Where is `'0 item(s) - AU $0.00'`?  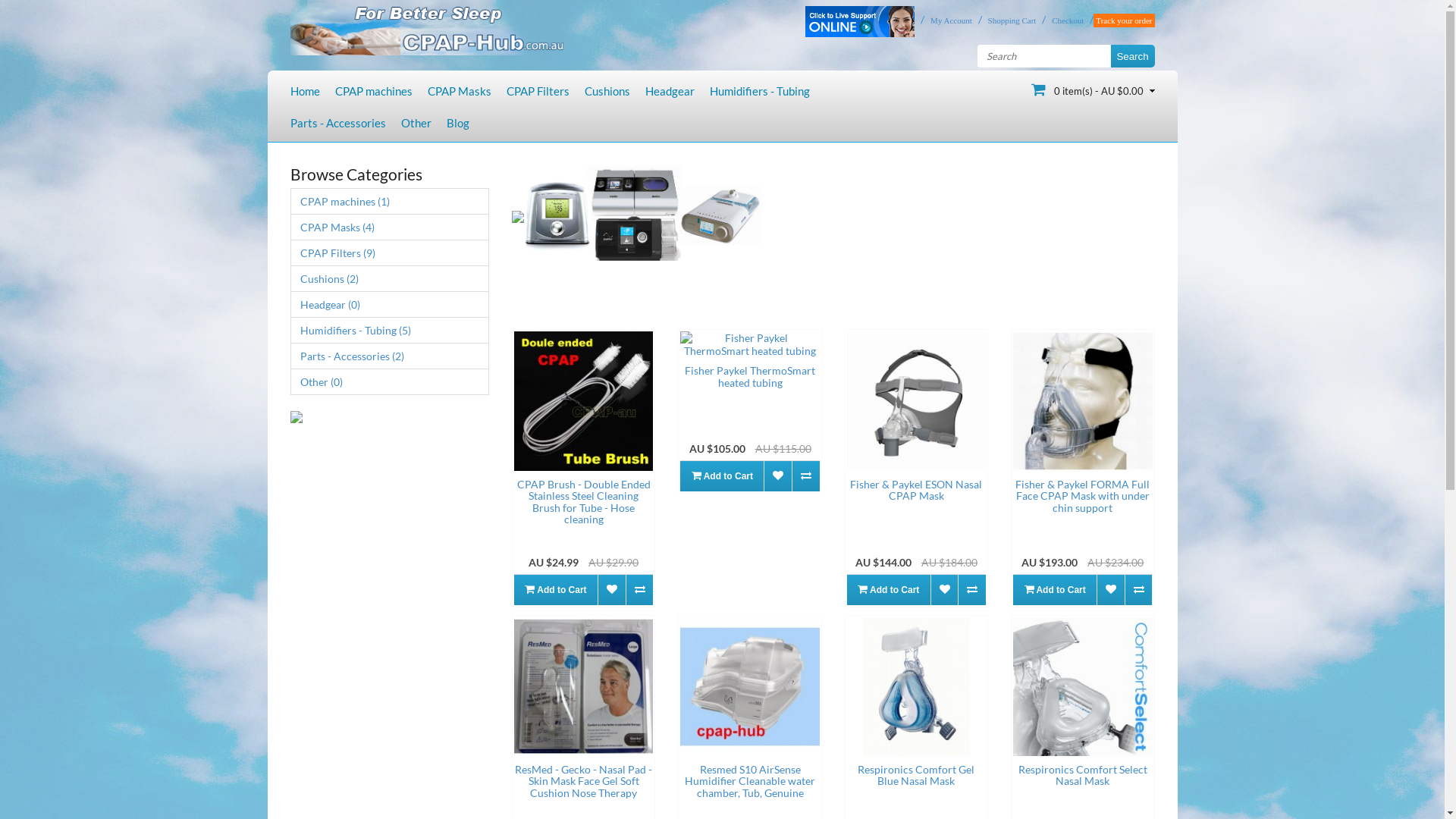
'0 item(s) - AU $0.00' is located at coordinates (1093, 89).